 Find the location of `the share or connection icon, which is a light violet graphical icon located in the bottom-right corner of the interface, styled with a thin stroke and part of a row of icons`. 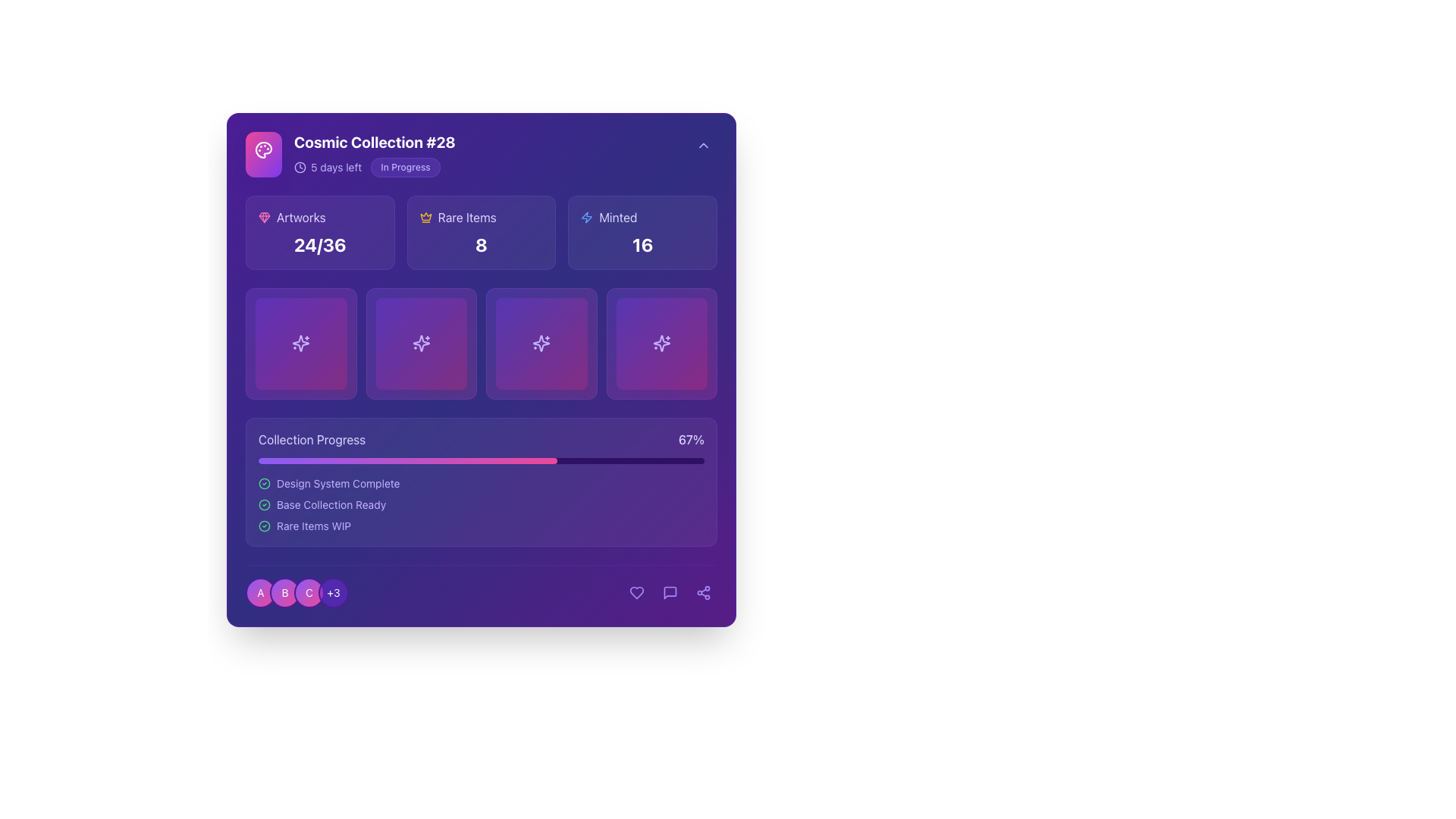

the share or connection icon, which is a light violet graphical icon located in the bottom-right corner of the interface, styled with a thin stroke and part of a row of icons is located at coordinates (702, 591).